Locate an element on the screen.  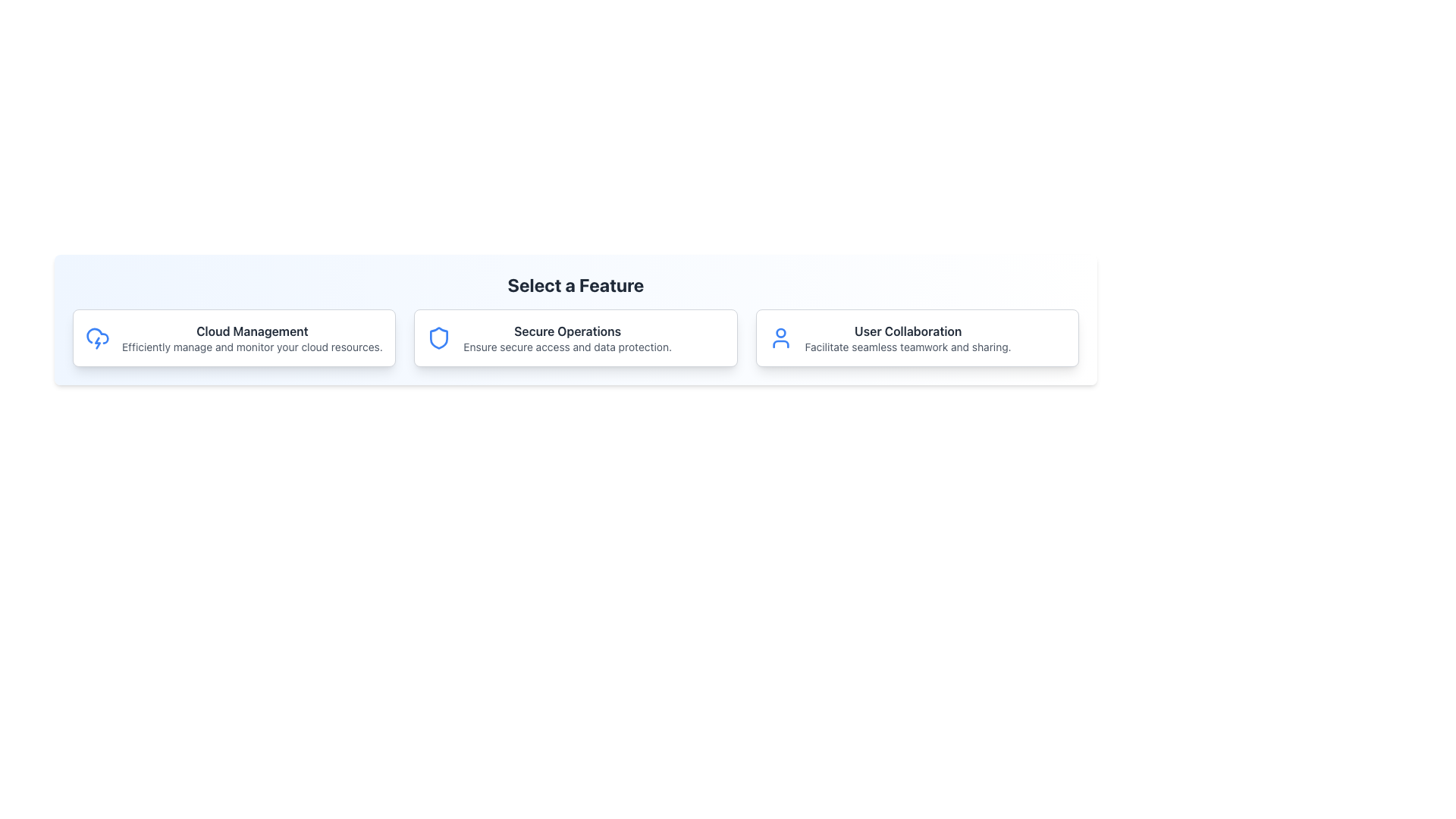
text content of the Text Block located in the 'User Collaboration' card, positioned centrally below the icon and above the bottom padding is located at coordinates (908, 337).